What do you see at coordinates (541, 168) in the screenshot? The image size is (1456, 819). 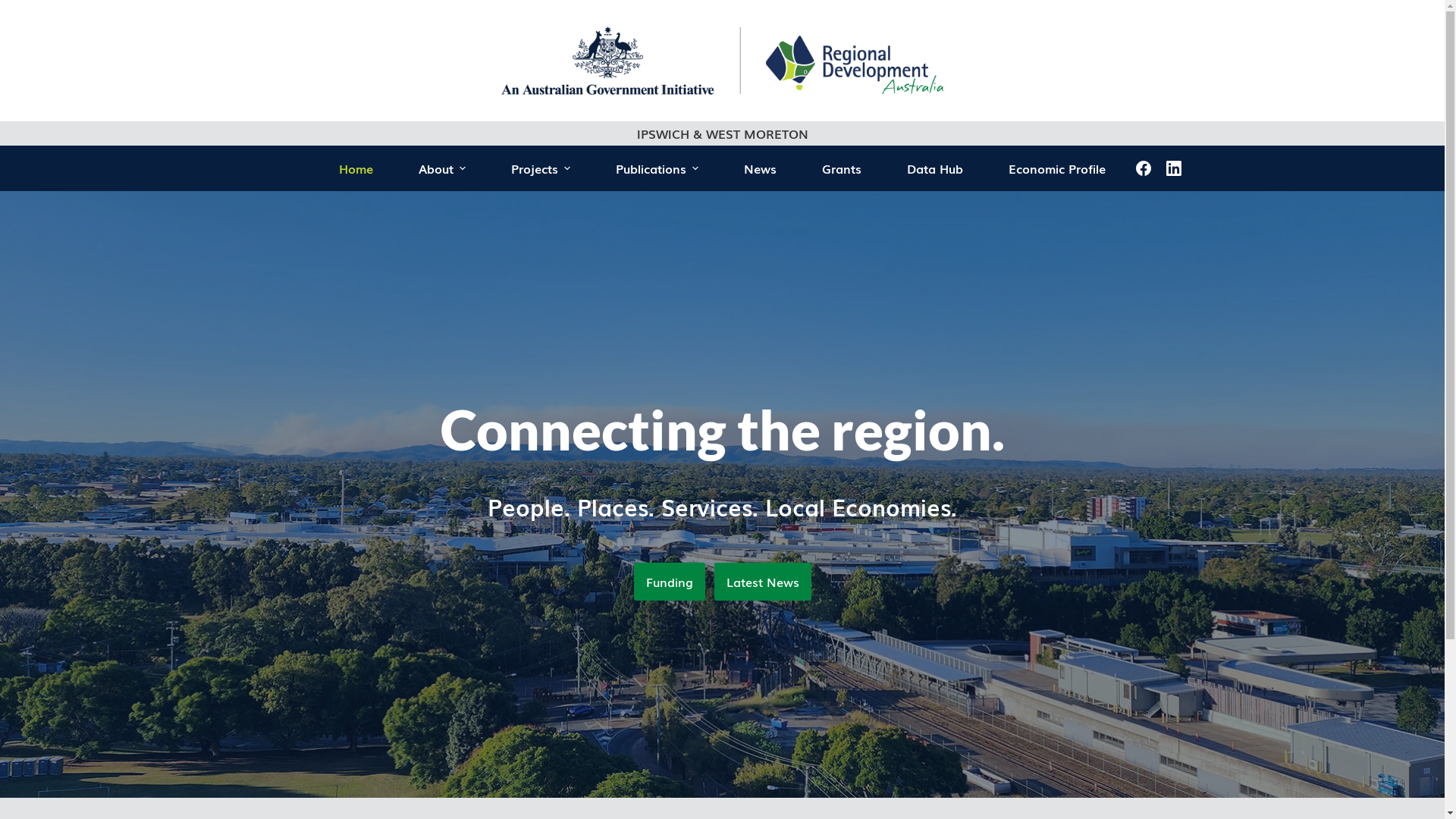 I see `'Projects'` at bounding box center [541, 168].